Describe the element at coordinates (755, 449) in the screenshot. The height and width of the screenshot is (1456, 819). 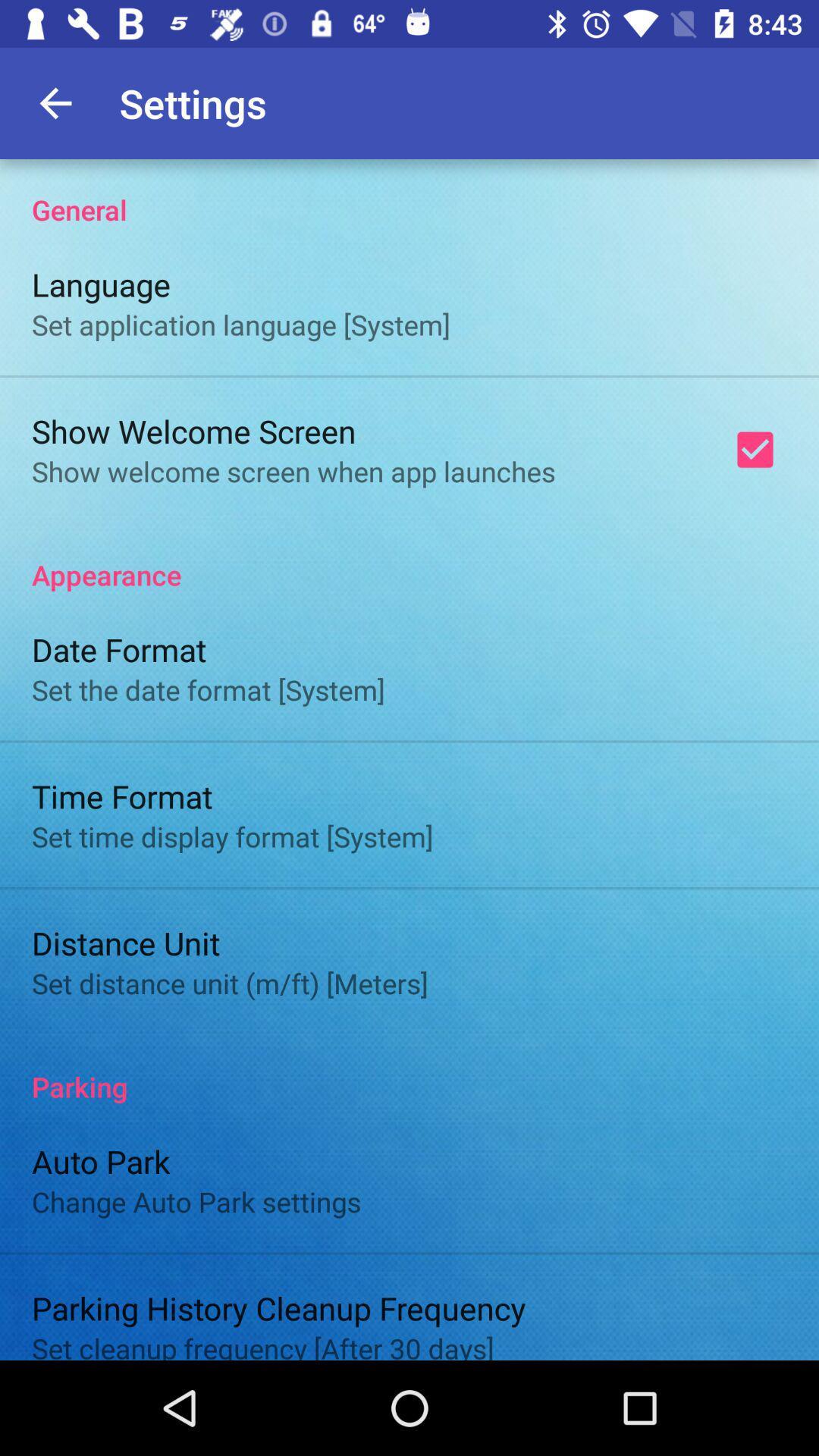
I see `item at the top right corner` at that location.